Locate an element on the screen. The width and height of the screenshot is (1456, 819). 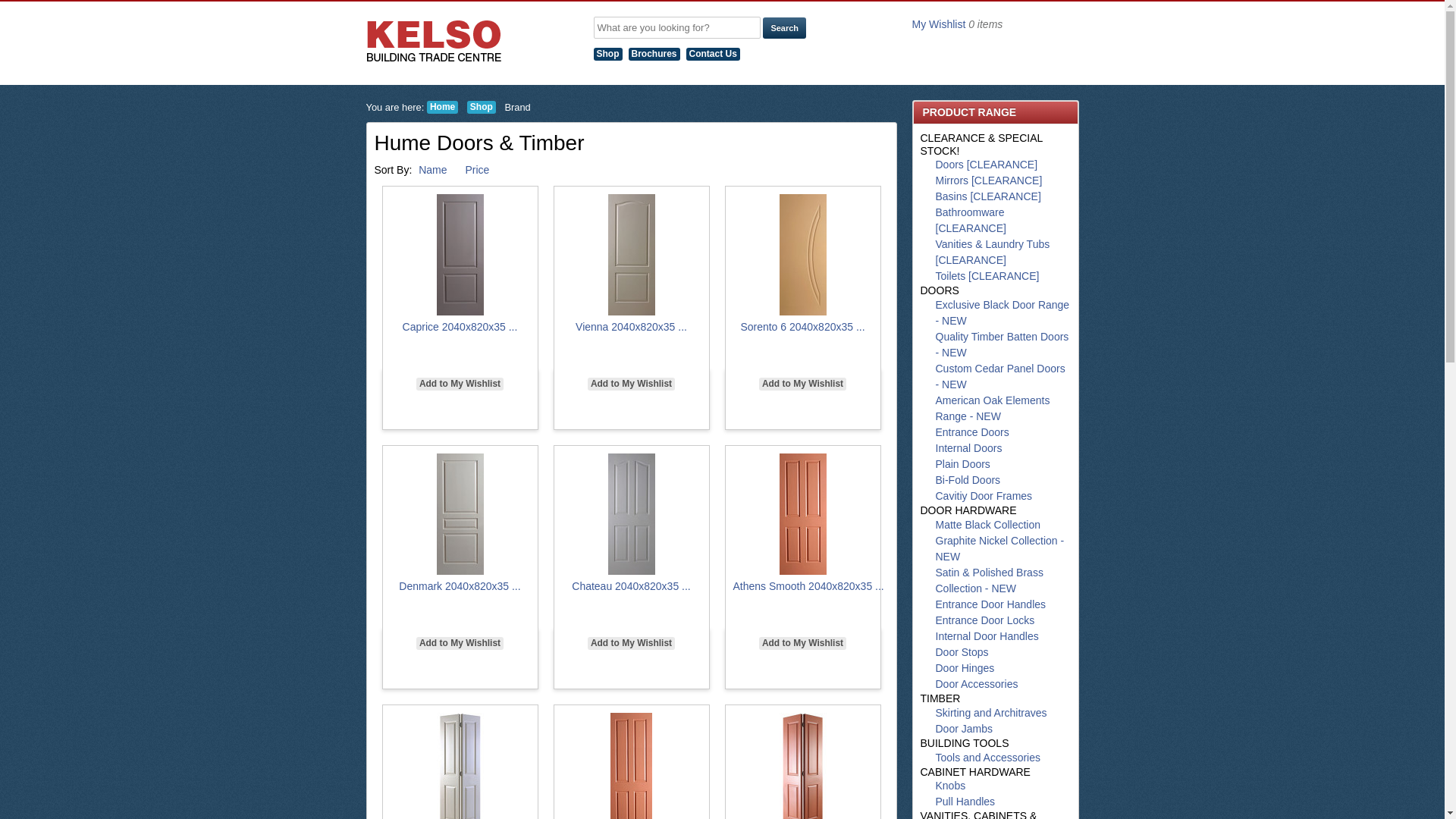
'Knobs' is located at coordinates (949, 785).